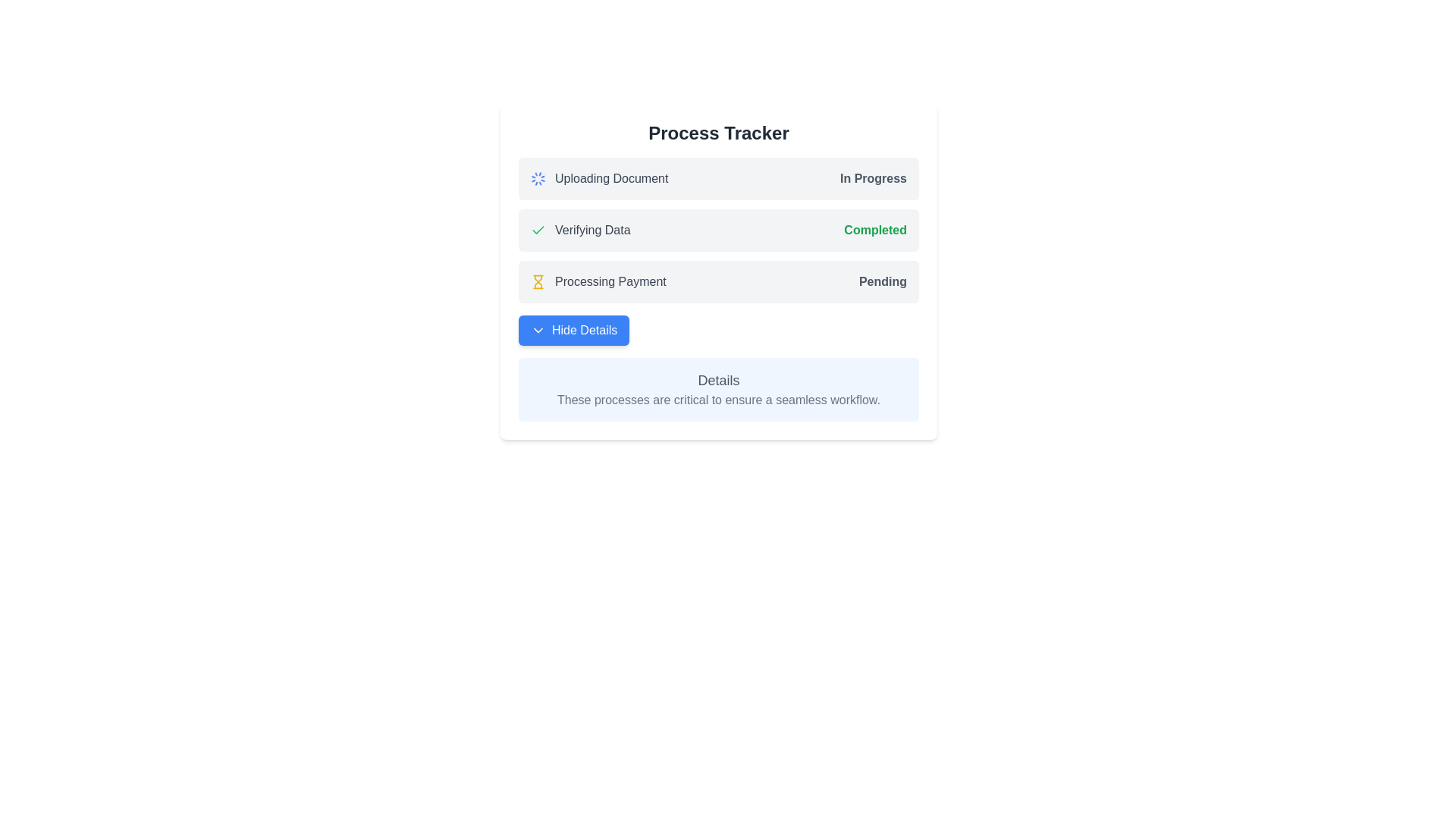 The height and width of the screenshot is (819, 1456). What do you see at coordinates (718, 400) in the screenshot?
I see `the static text element that reads 'These processes are critical to ensure a seamless workflow.', which is styled in gray and positioned below a 'Details' text element within a light blue box` at bounding box center [718, 400].